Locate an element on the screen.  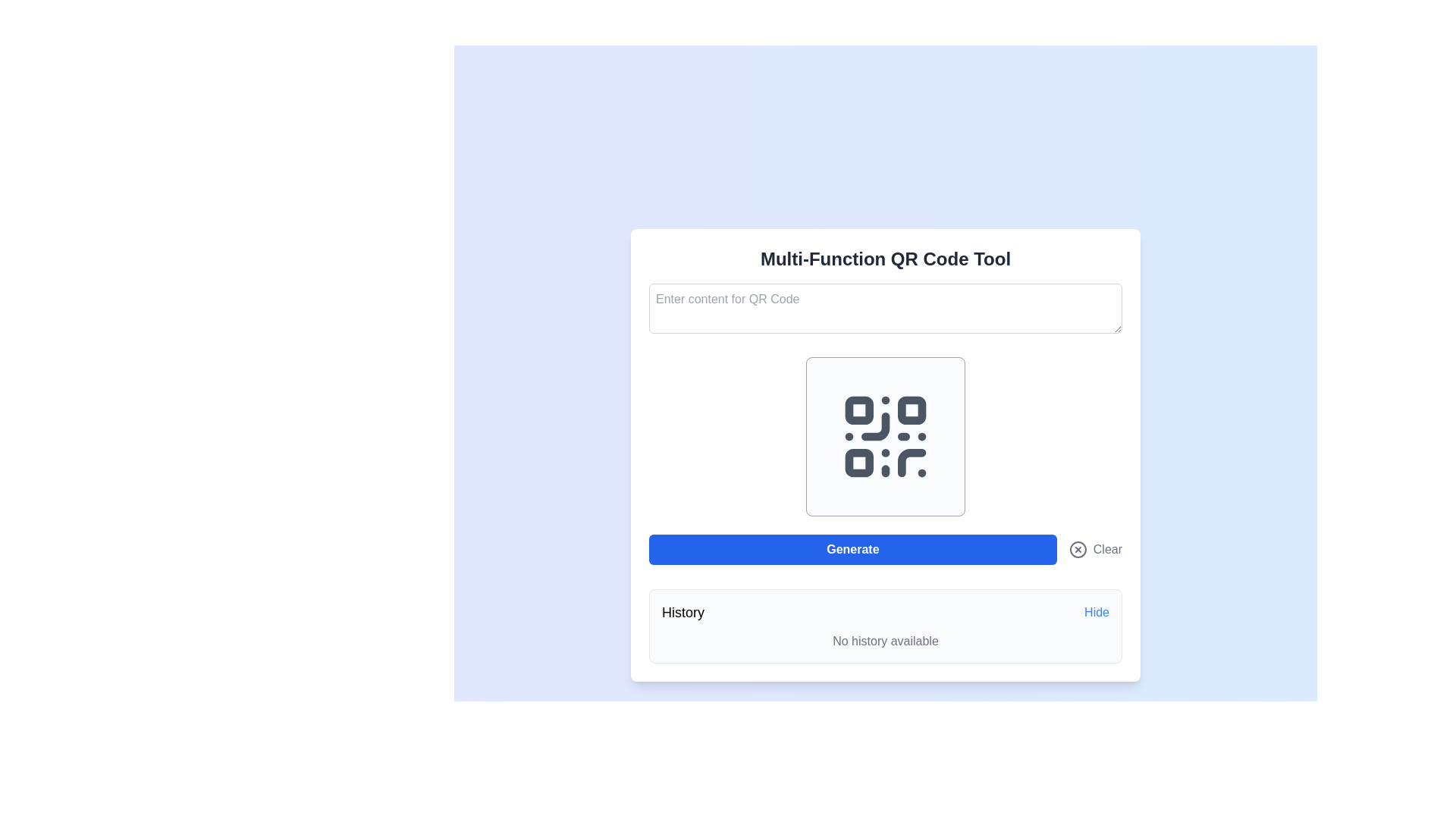
the QR code graphic, which is a dark gray icon against a light gray background with rounded borders, centrally positioned in the interface is located at coordinates (885, 436).